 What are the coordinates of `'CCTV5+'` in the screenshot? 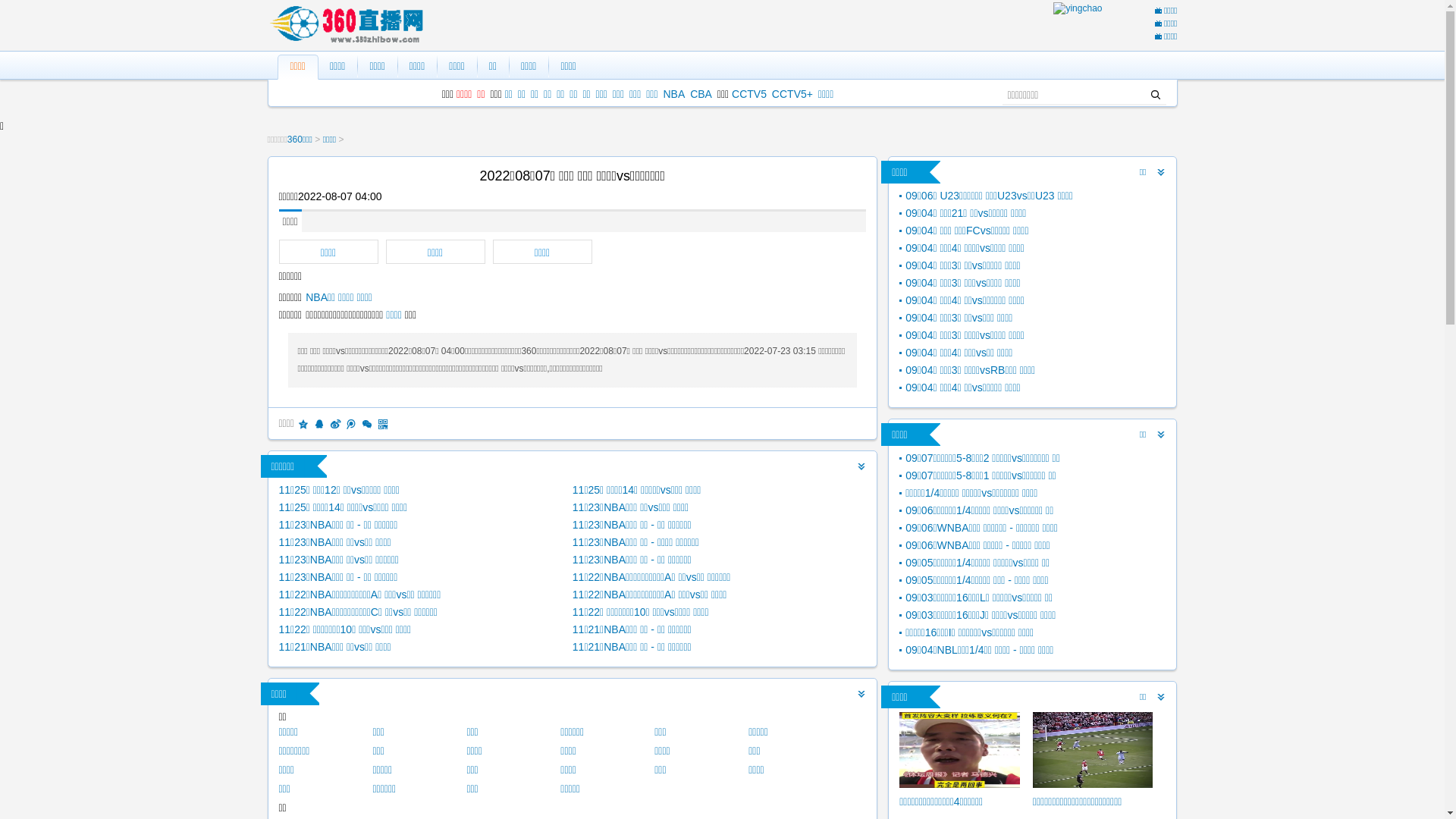 It's located at (792, 93).